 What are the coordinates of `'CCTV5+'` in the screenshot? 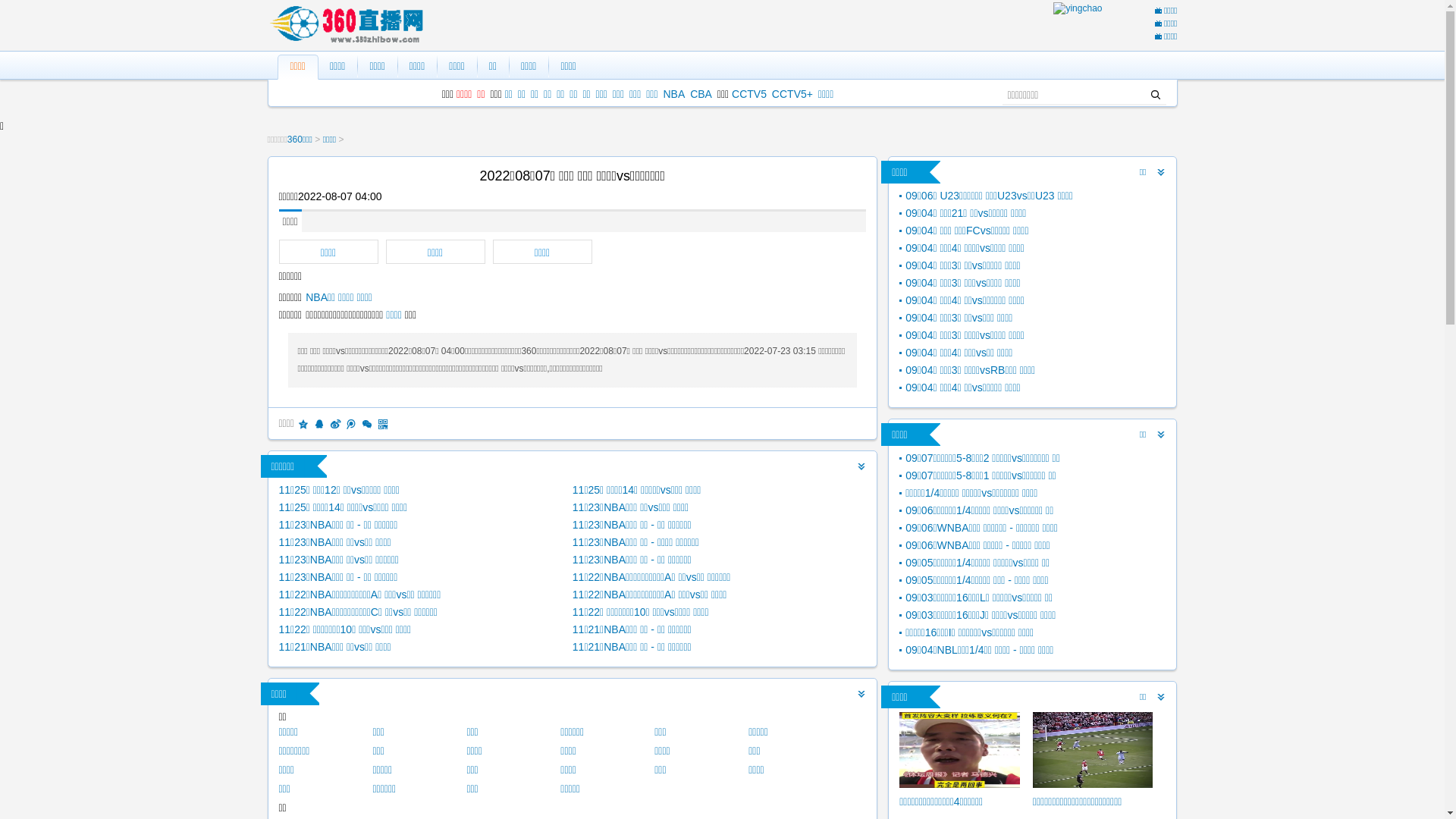 It's located at (792, 93).